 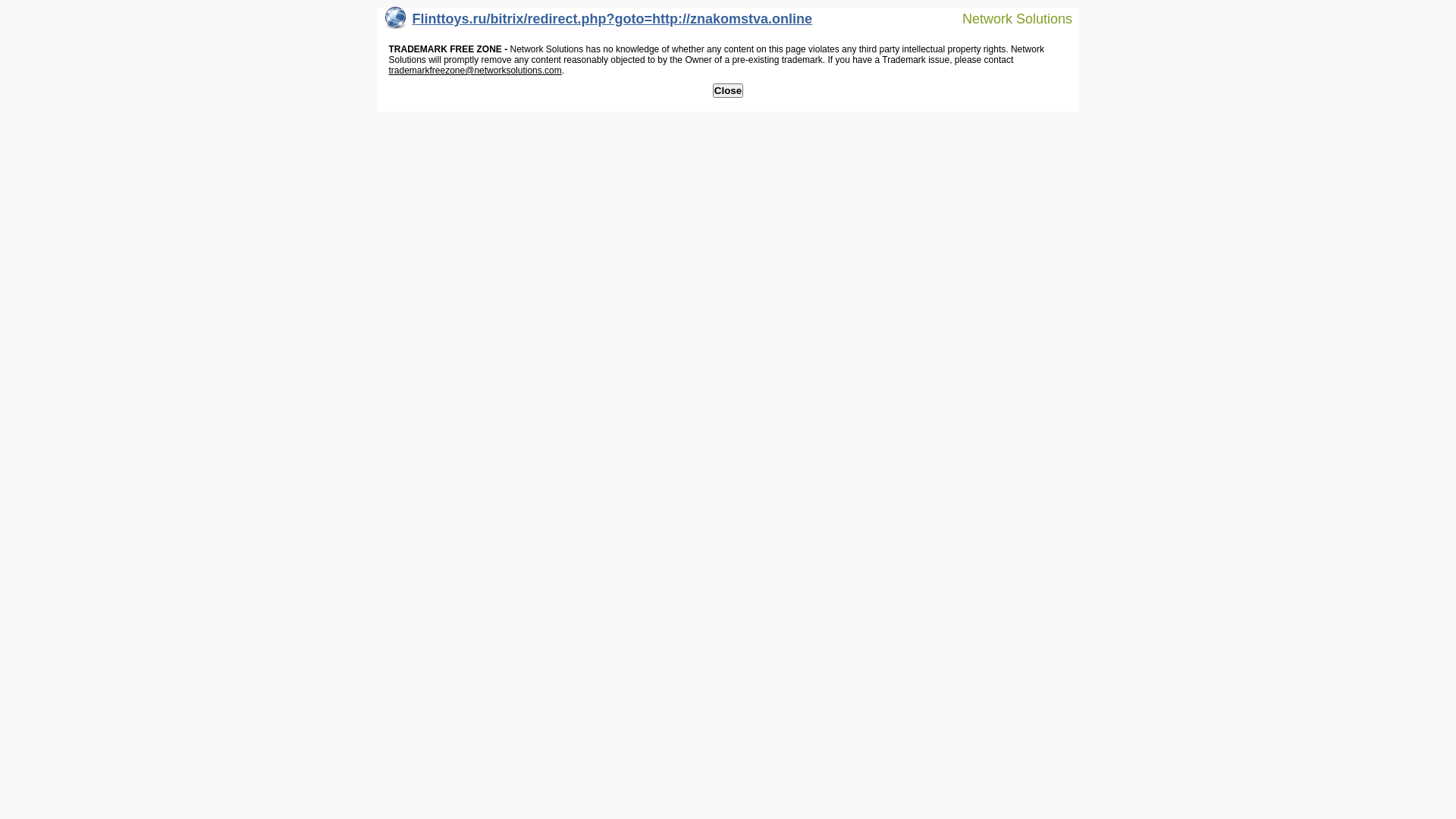 I want to click on 'Network Solutions', so click(x=1008, y=17).